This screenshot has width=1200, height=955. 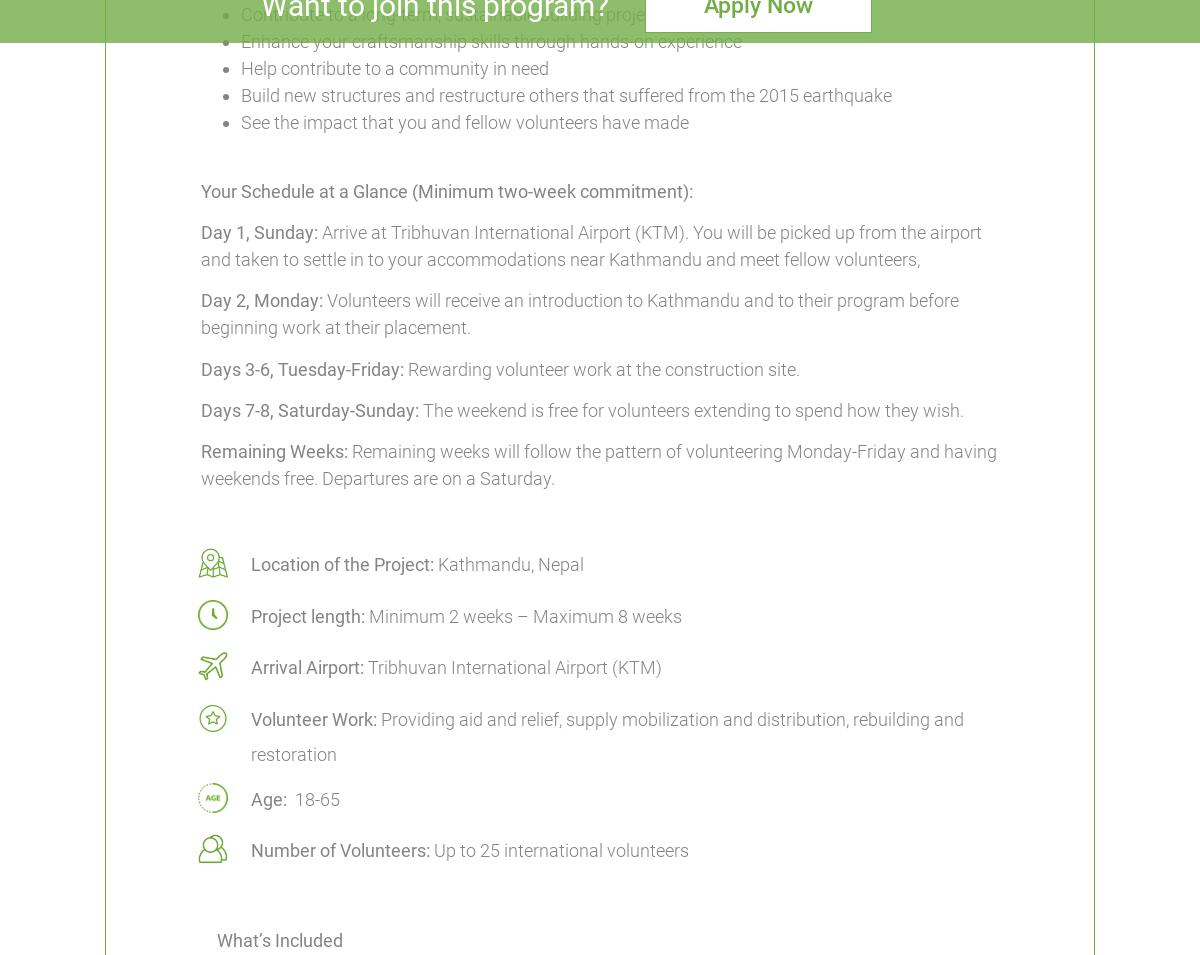 I want to click on 'Arrive at Tribhuvan International Airport (KTM). You will be picked up from the airport and taken to settle in to your accommodations near Kathmandu and meet fellow volunteers,', so click(x=200, y=244).